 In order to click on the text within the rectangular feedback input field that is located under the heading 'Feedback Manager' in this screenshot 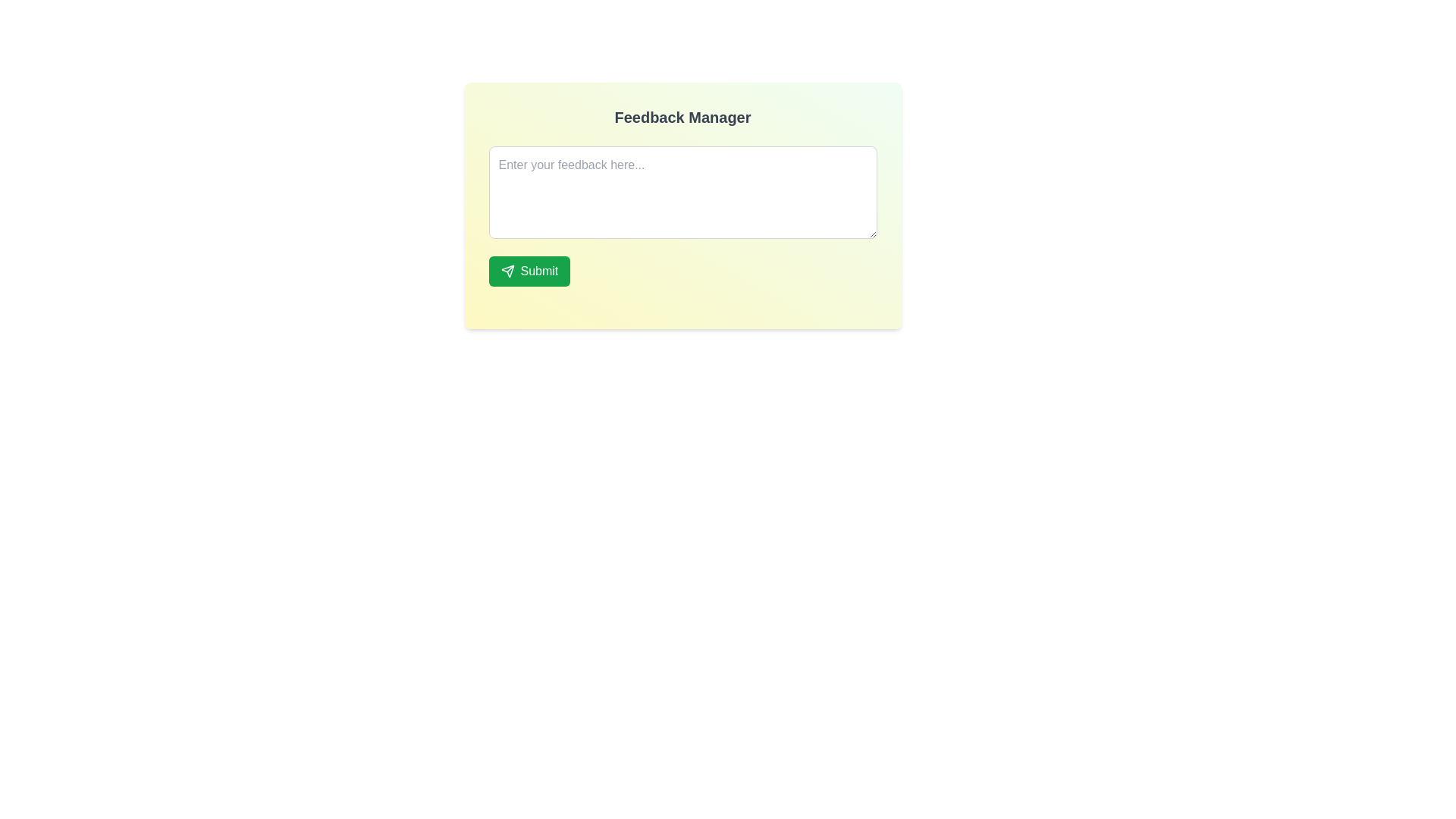, I will do `click(682, 206)`.